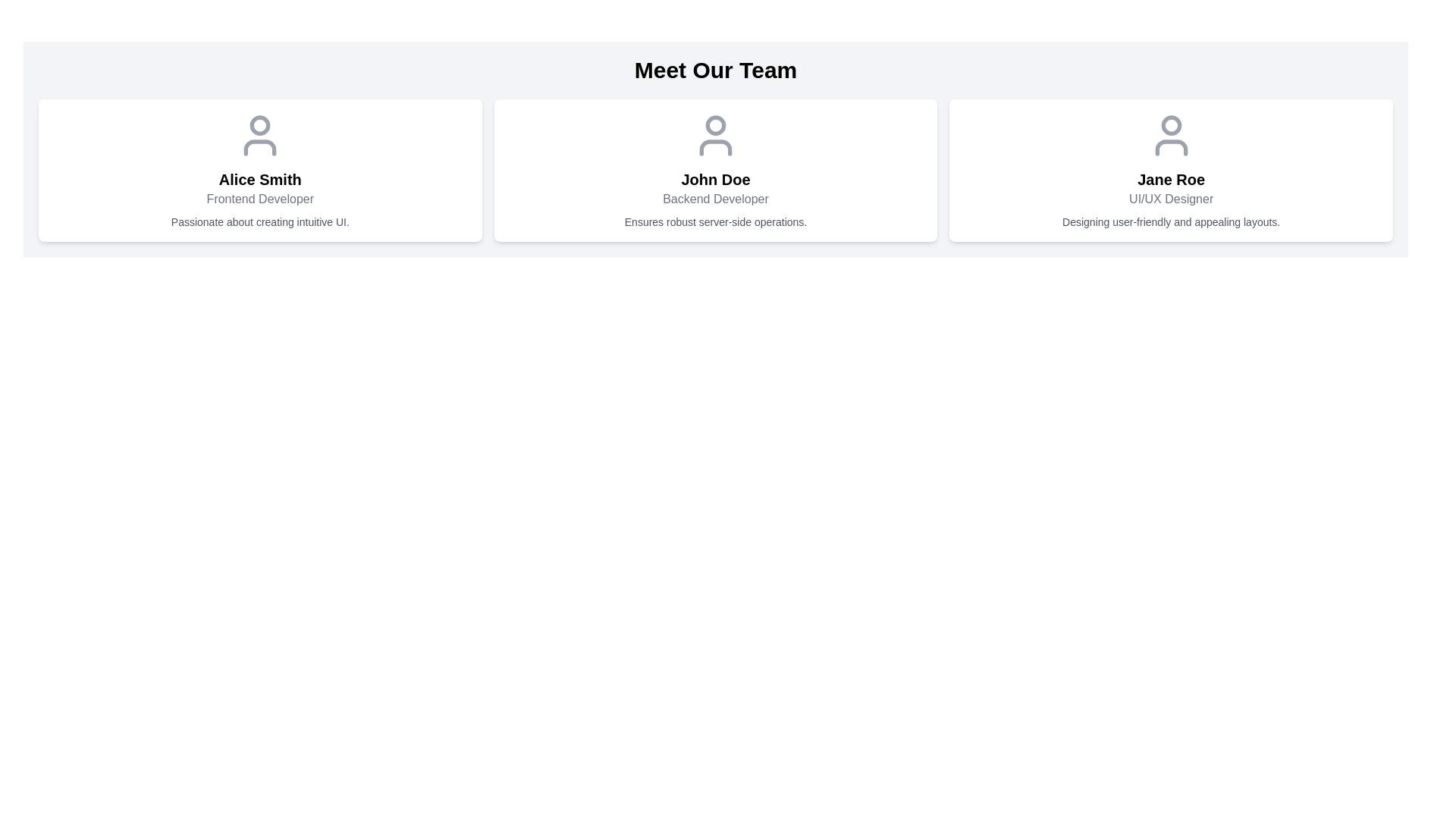  I want to click on descriptive text located at the bottom of the card for 'Alice Smith', below the role label 'Frontend Developer', so click(260, 222).